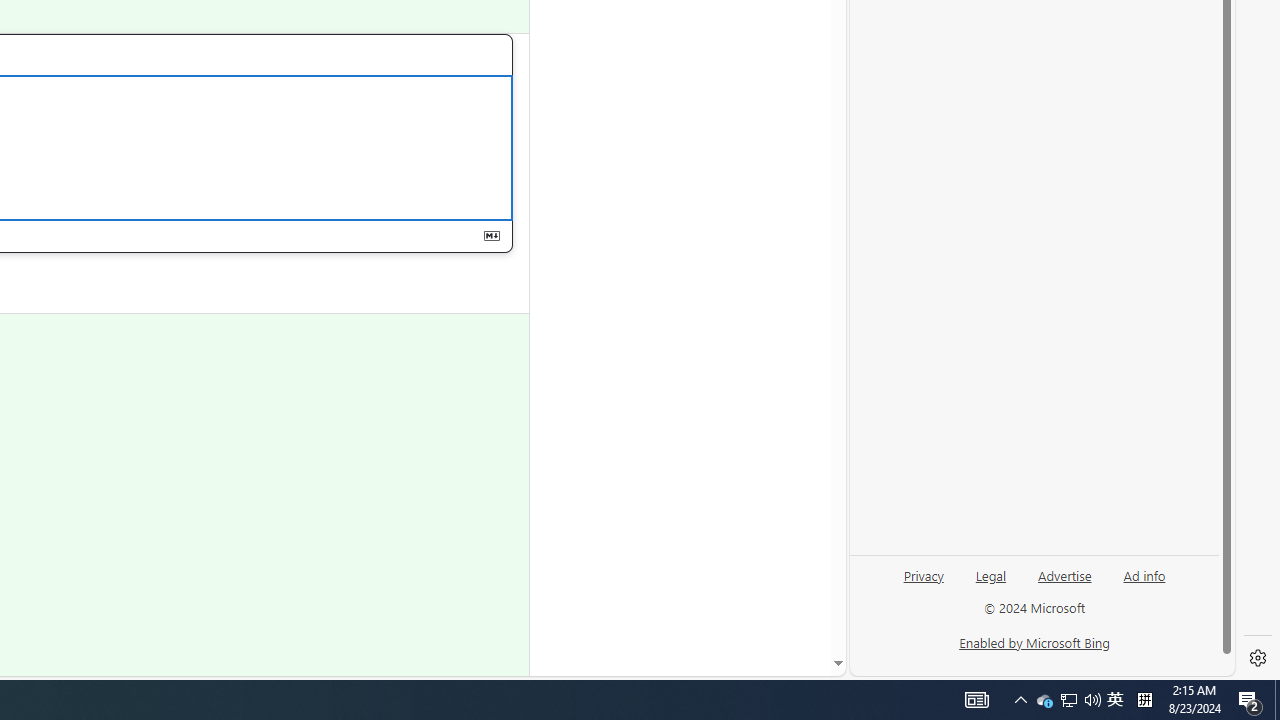  Describe the element at coordinates (491, 235) in the screenshot. I see `'Class: s16 gl-icon gl-button-icon '` at that location.